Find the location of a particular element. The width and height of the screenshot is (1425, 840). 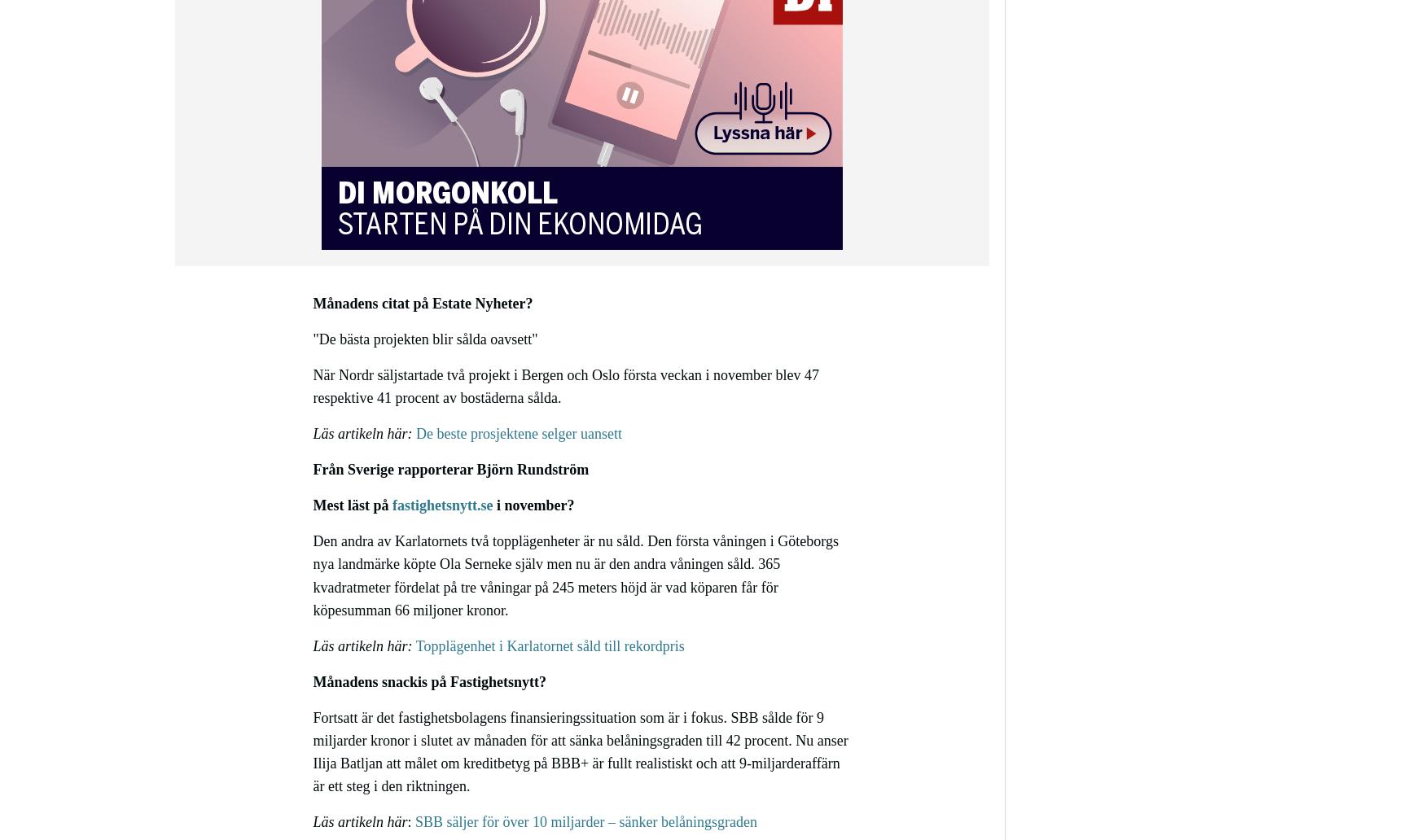

'De beste prosjektene selger uansett' is located at coordinates (518, 434).